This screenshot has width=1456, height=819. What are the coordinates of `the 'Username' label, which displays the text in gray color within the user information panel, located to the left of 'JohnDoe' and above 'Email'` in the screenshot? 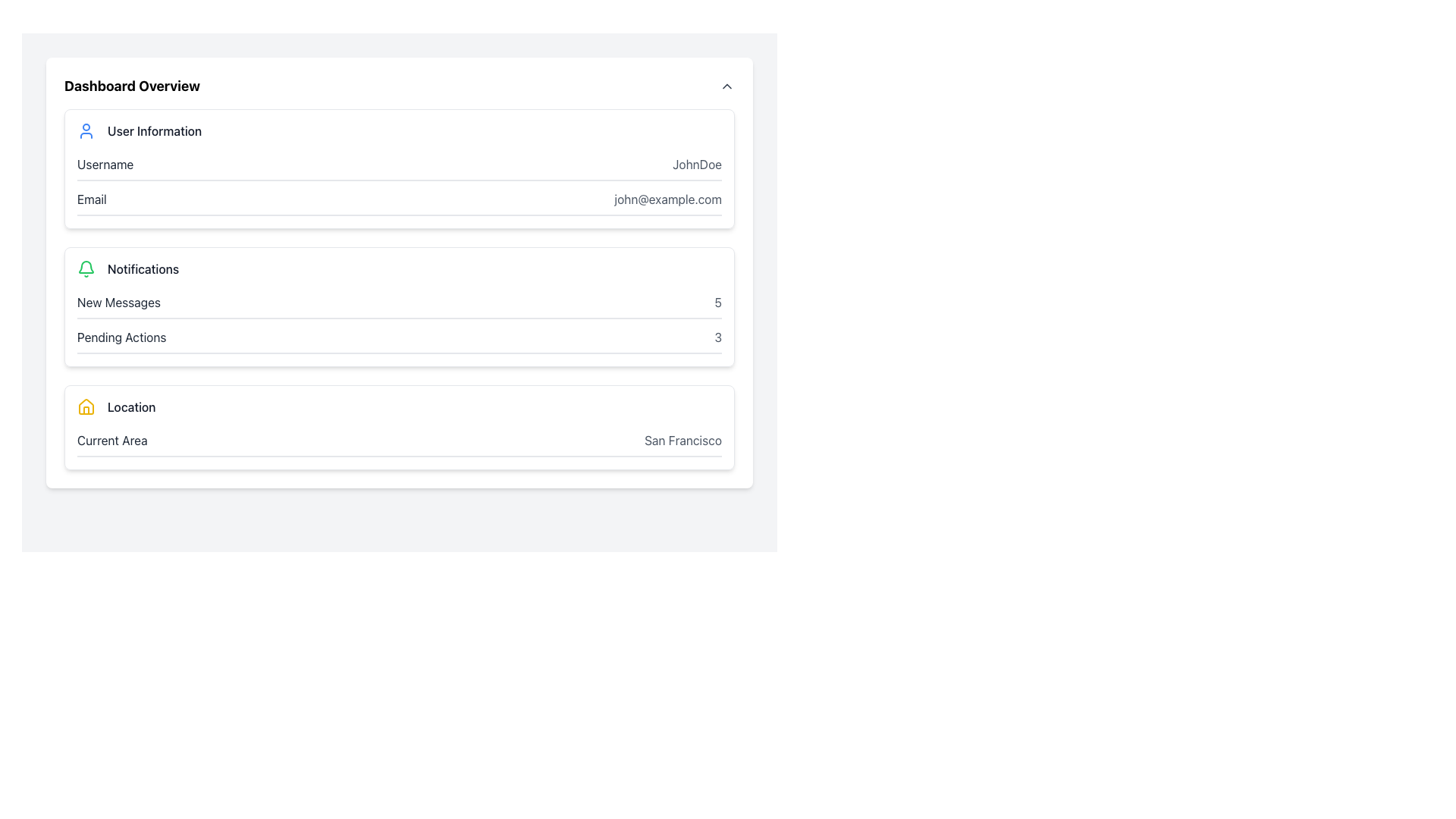 It's located at (105, 164).